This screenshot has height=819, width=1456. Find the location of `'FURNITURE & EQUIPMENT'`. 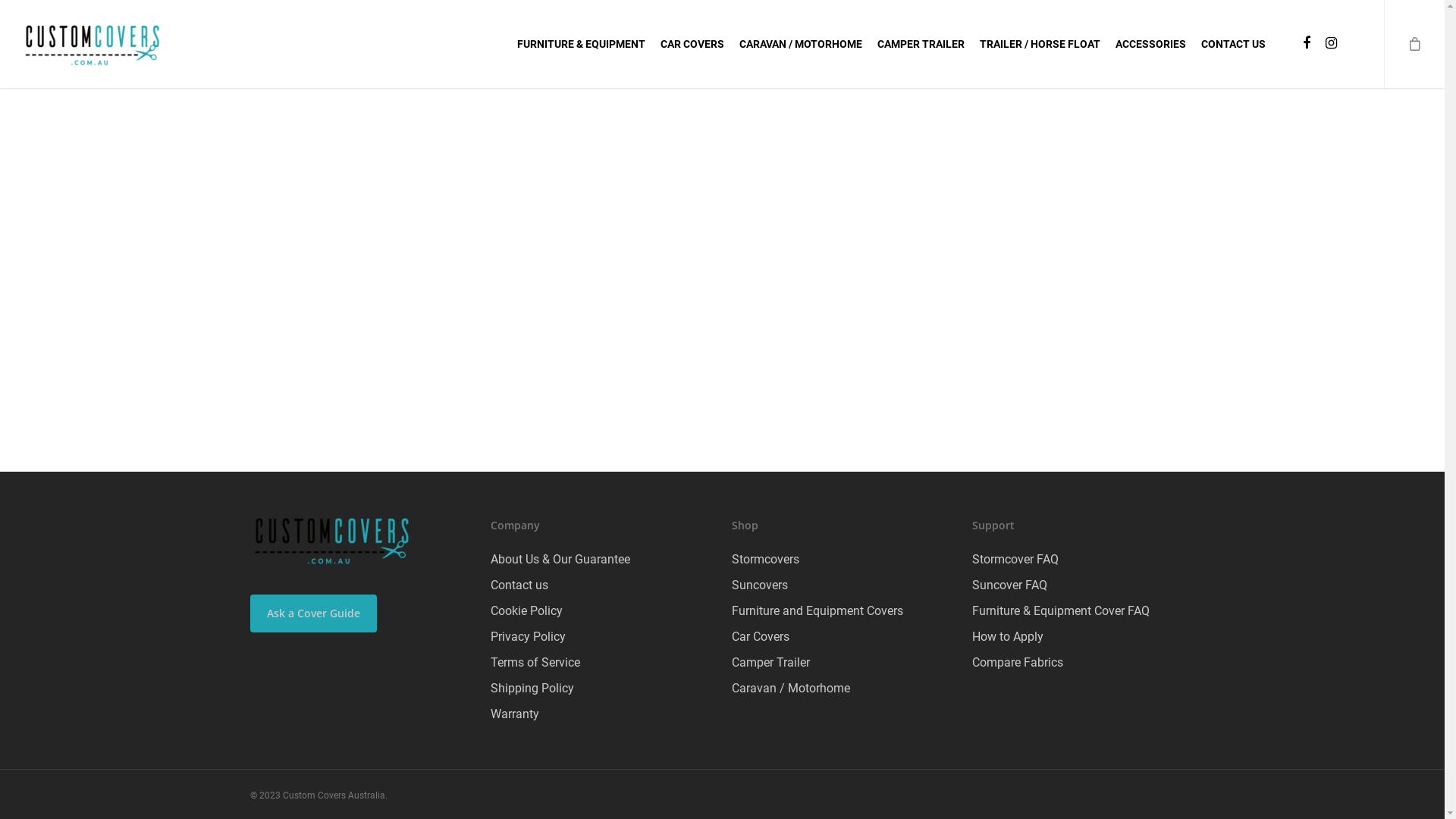

'FURNITURE & EQUIPMENT' is located at coordinates (516, 42).